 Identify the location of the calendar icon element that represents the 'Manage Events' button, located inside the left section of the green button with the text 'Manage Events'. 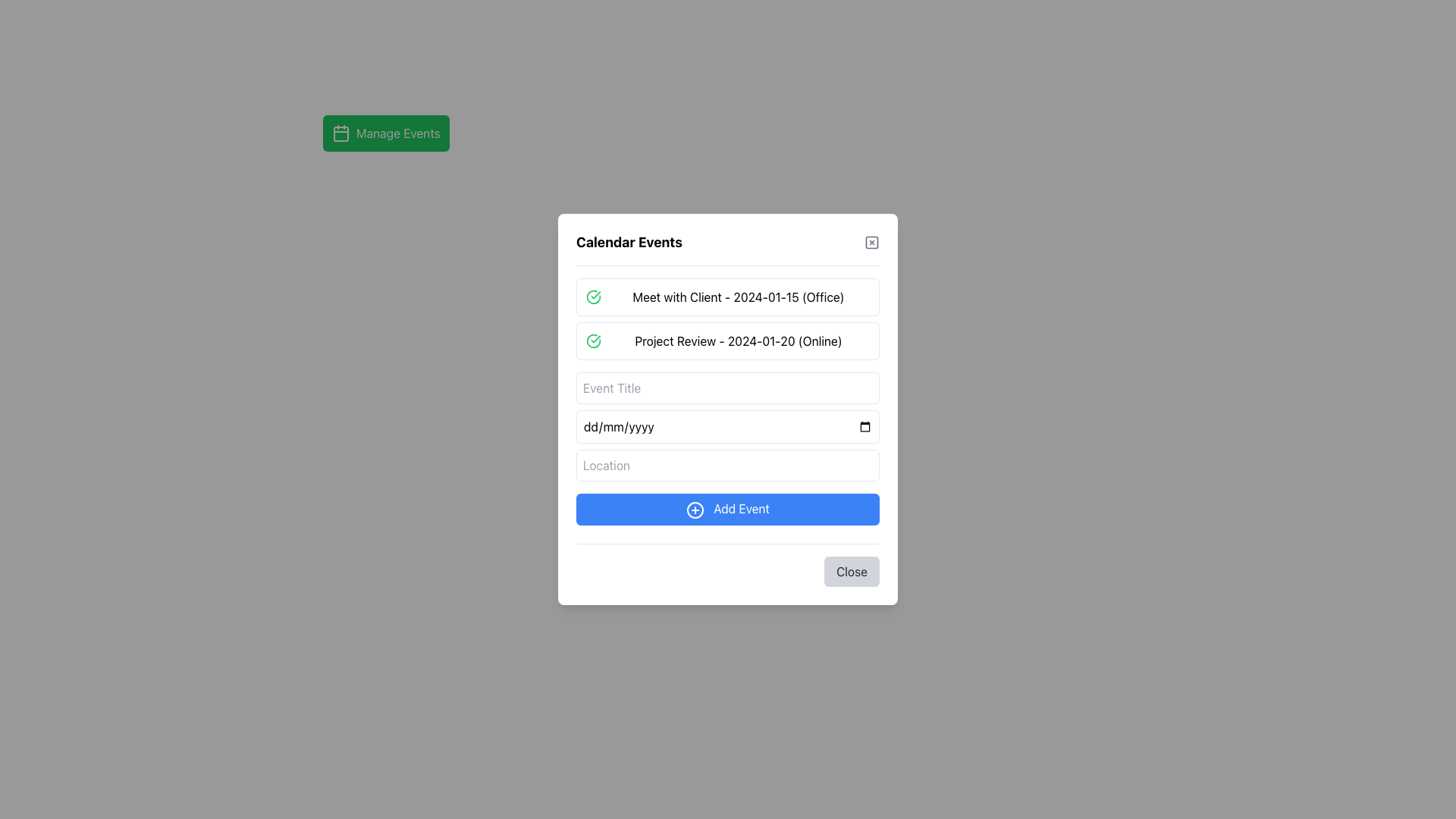
(340, 133).